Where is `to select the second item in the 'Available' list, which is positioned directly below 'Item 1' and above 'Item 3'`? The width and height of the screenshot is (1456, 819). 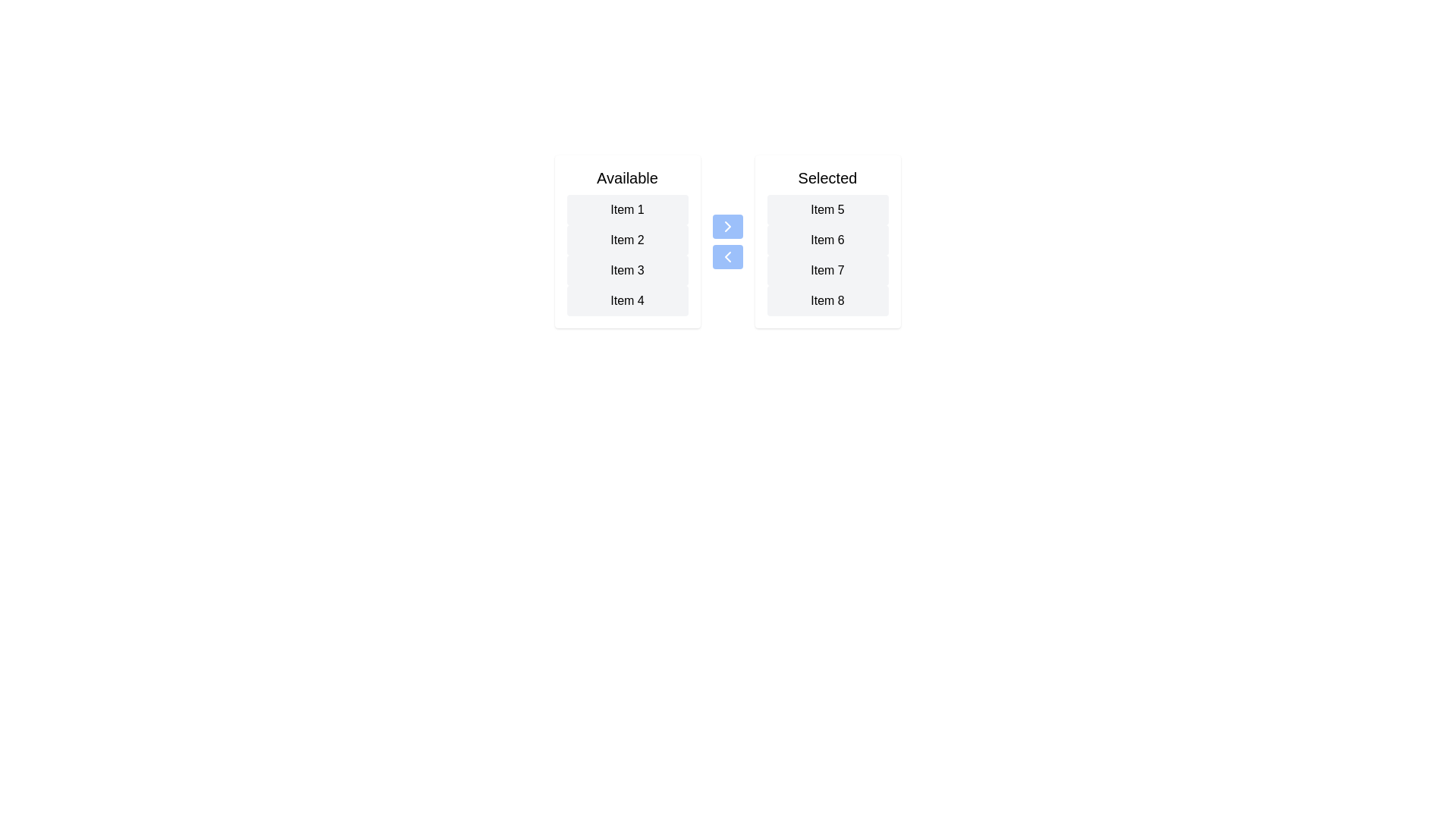
to select the second item in the 'Available' list, which is positioned directly below 'Item 1' and above 'Item 3' is located at coordinates (627, 239).